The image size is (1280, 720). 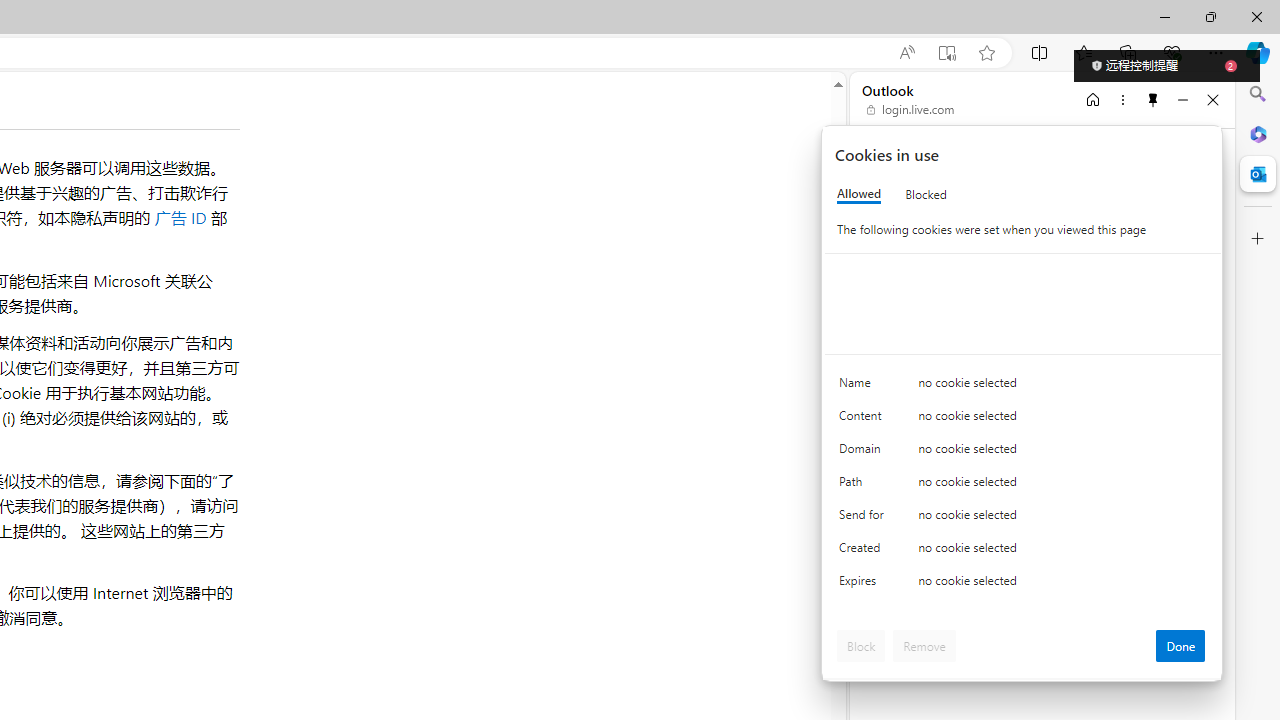 I want to click on 'Class: c0153 c0157 c0154', so click(x=1023, y=387).